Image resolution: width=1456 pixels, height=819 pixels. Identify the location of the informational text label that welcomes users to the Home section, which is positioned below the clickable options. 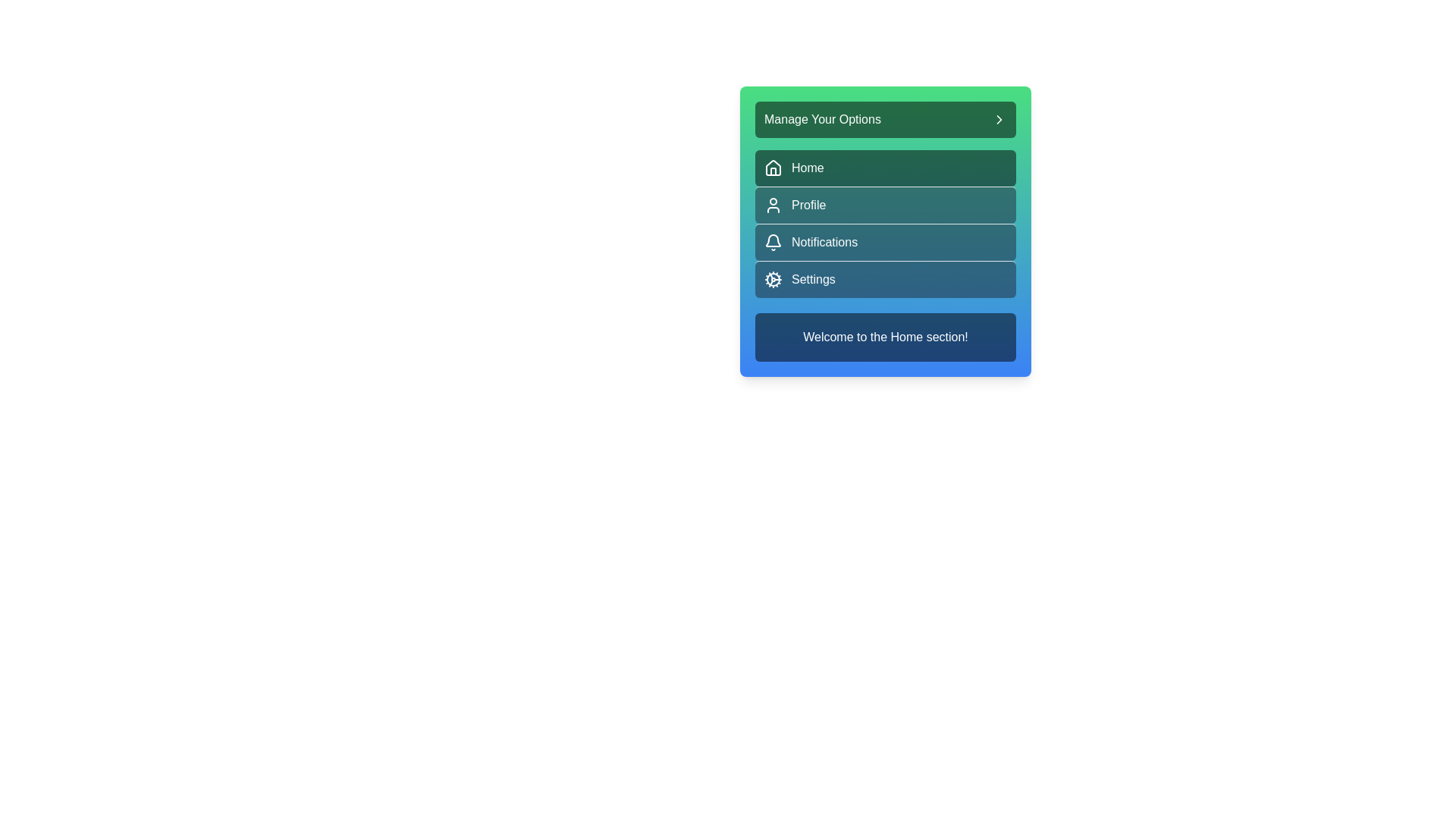
(885, 336).